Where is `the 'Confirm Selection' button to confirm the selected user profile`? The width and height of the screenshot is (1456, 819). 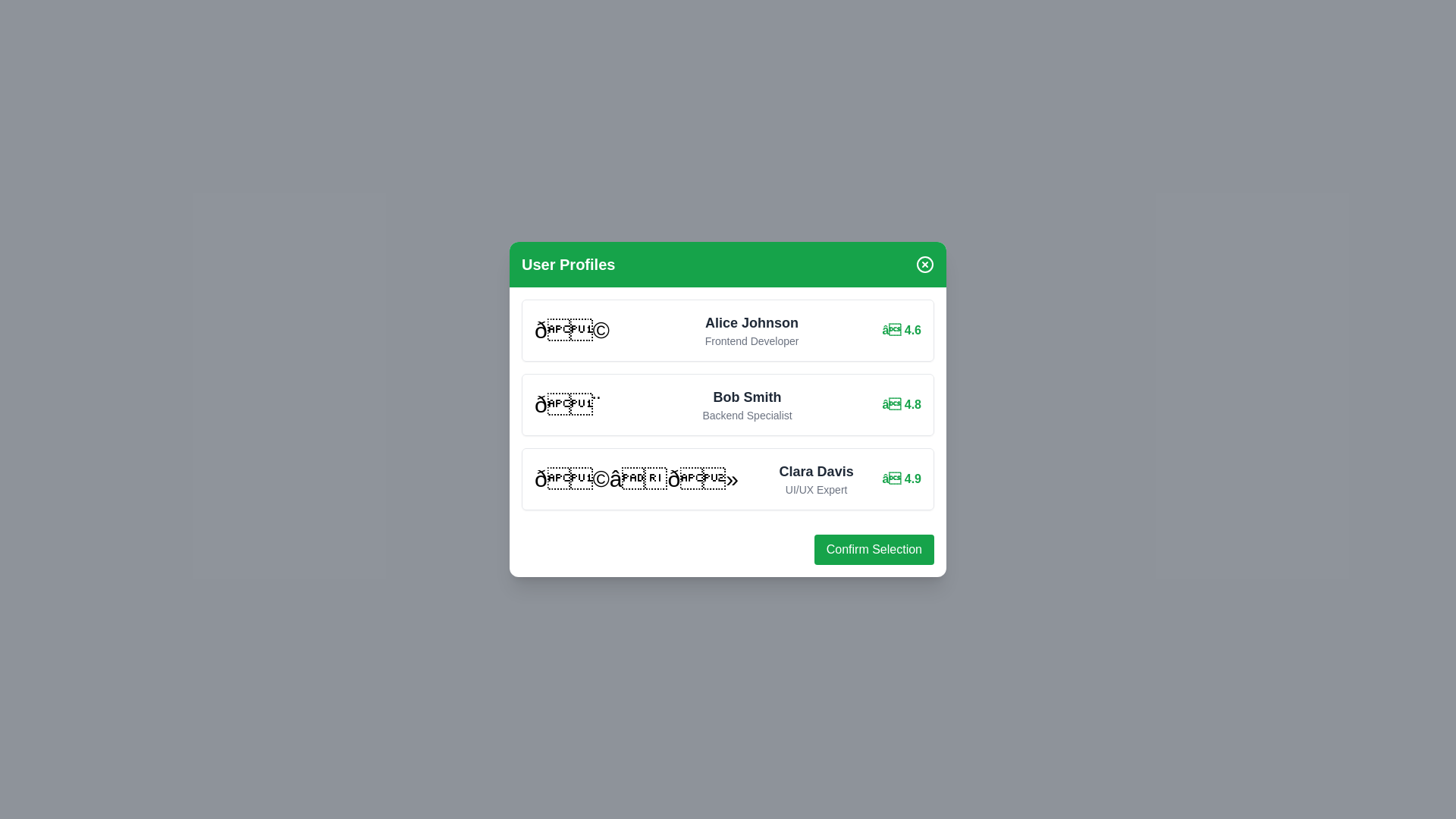
the 'Confirm Selection' button to confirm the selected user profile is located at coordinates (874, 550).